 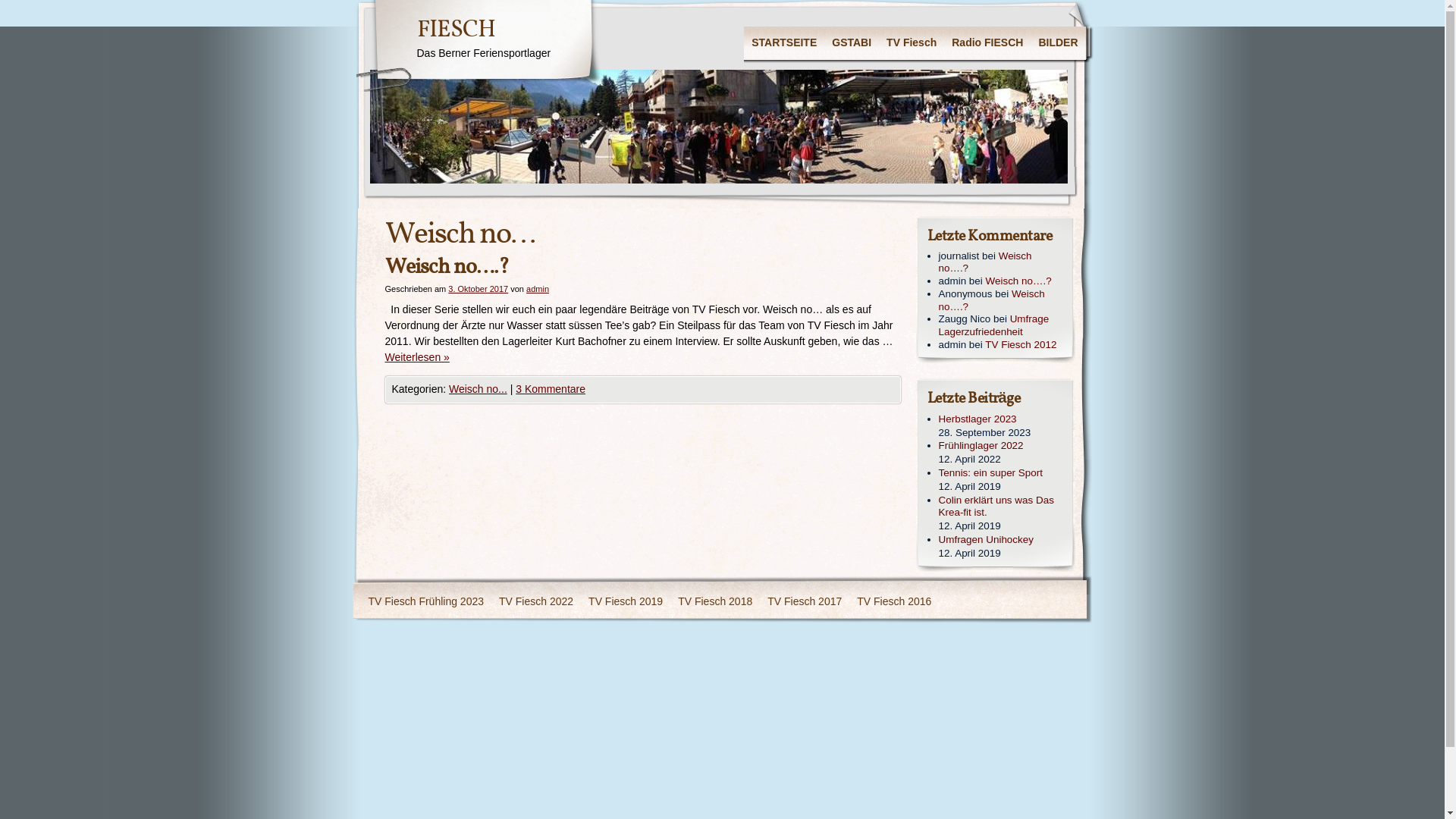 What do you see at coordinates (852, 42) in the screenshot?
I see `'GSTABI'` at bounding box center [852, 42].